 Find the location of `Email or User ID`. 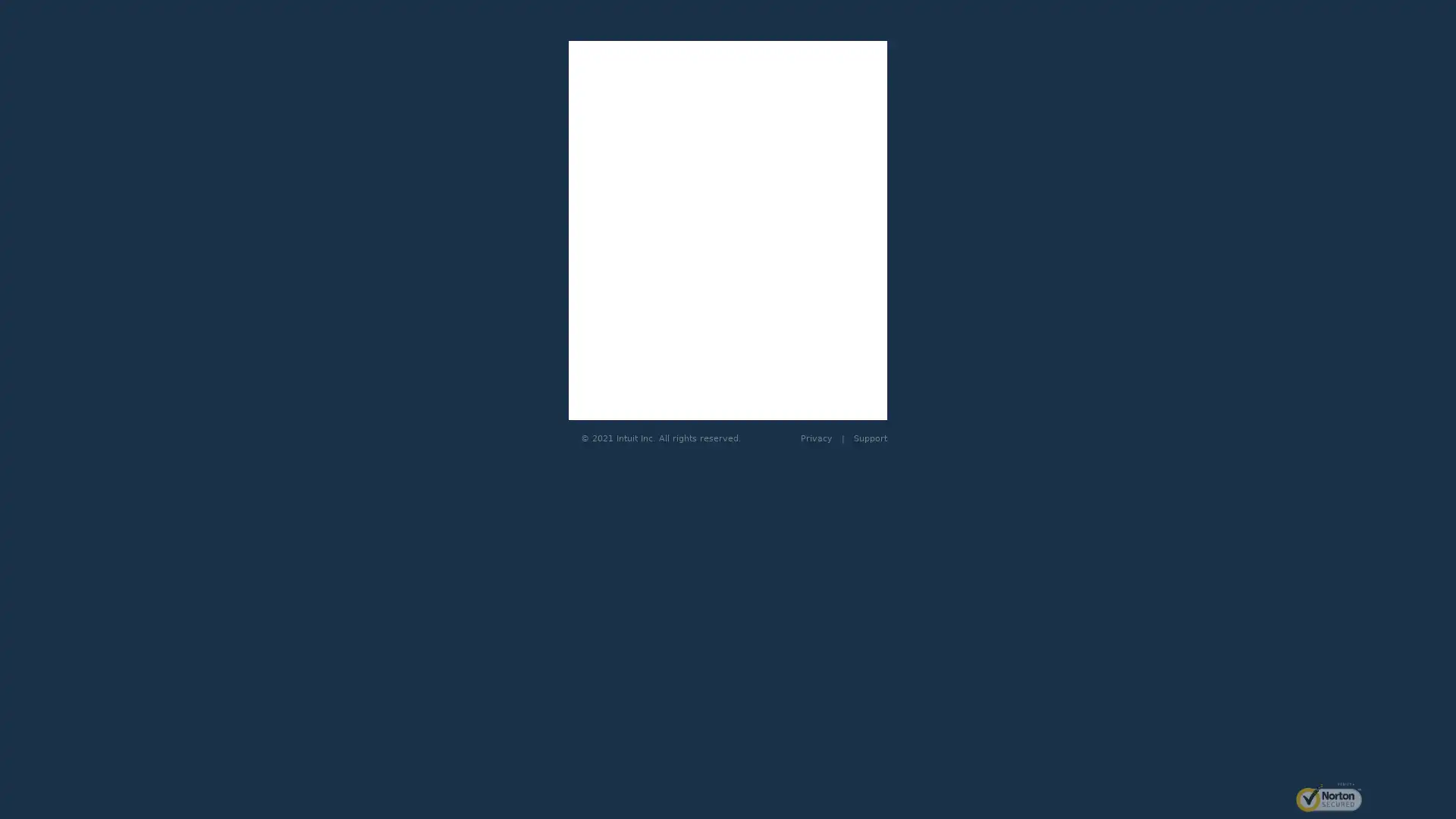

Email or User ID is located at coordinates (667, 291).